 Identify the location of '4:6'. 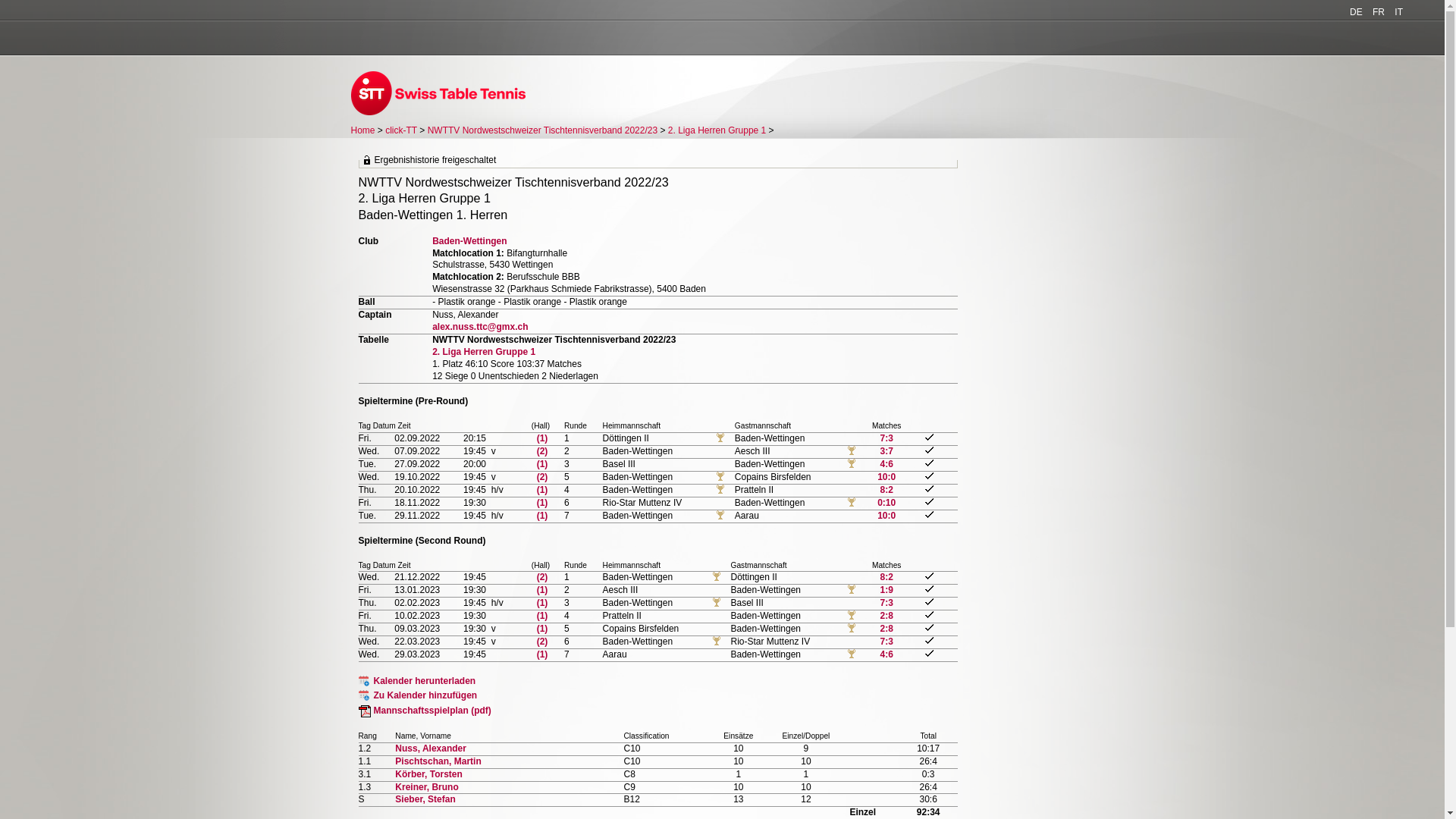
(886, 654).